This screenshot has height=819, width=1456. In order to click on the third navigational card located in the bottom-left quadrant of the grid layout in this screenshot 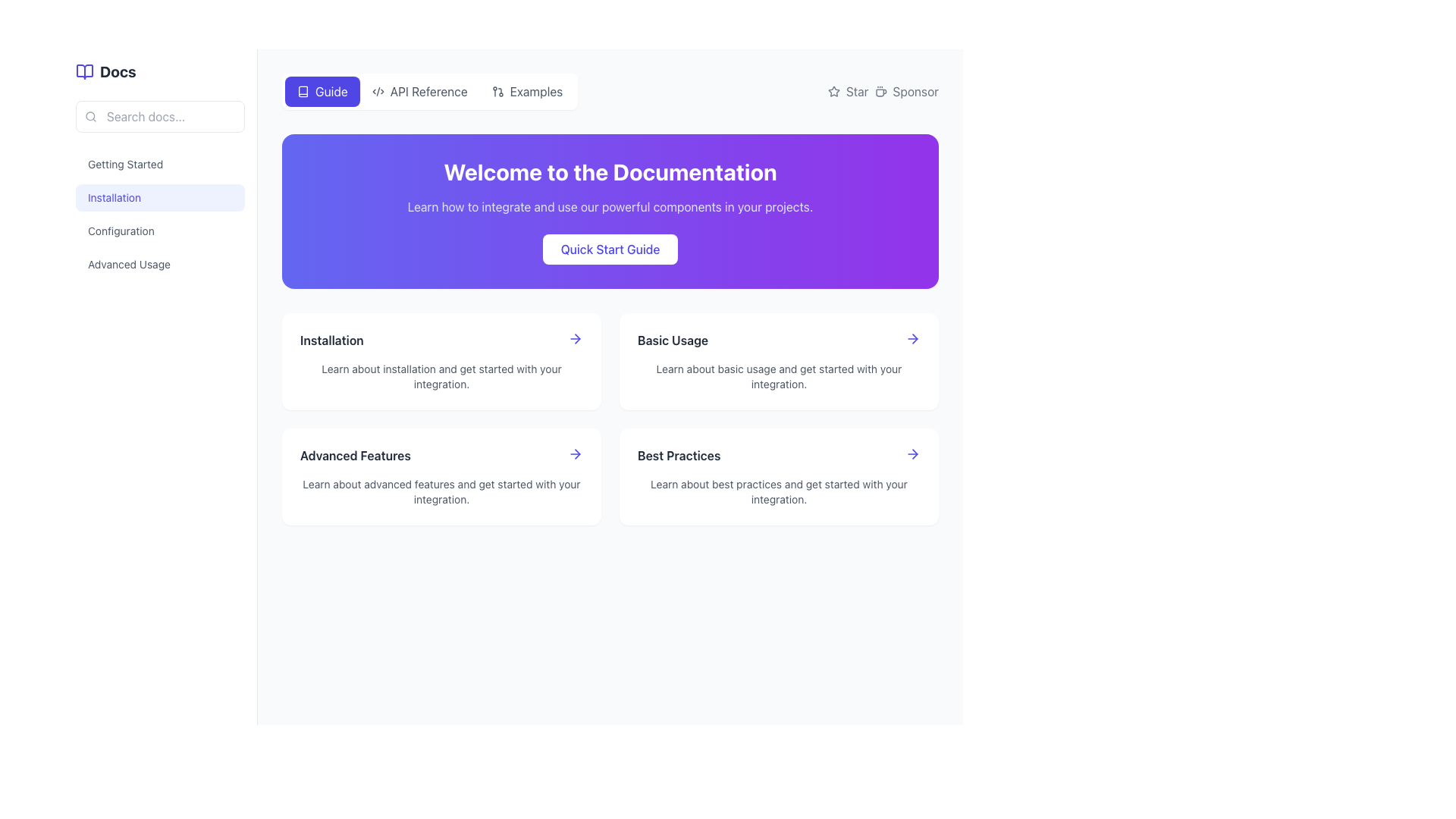, I will do `click(441, 475)`.